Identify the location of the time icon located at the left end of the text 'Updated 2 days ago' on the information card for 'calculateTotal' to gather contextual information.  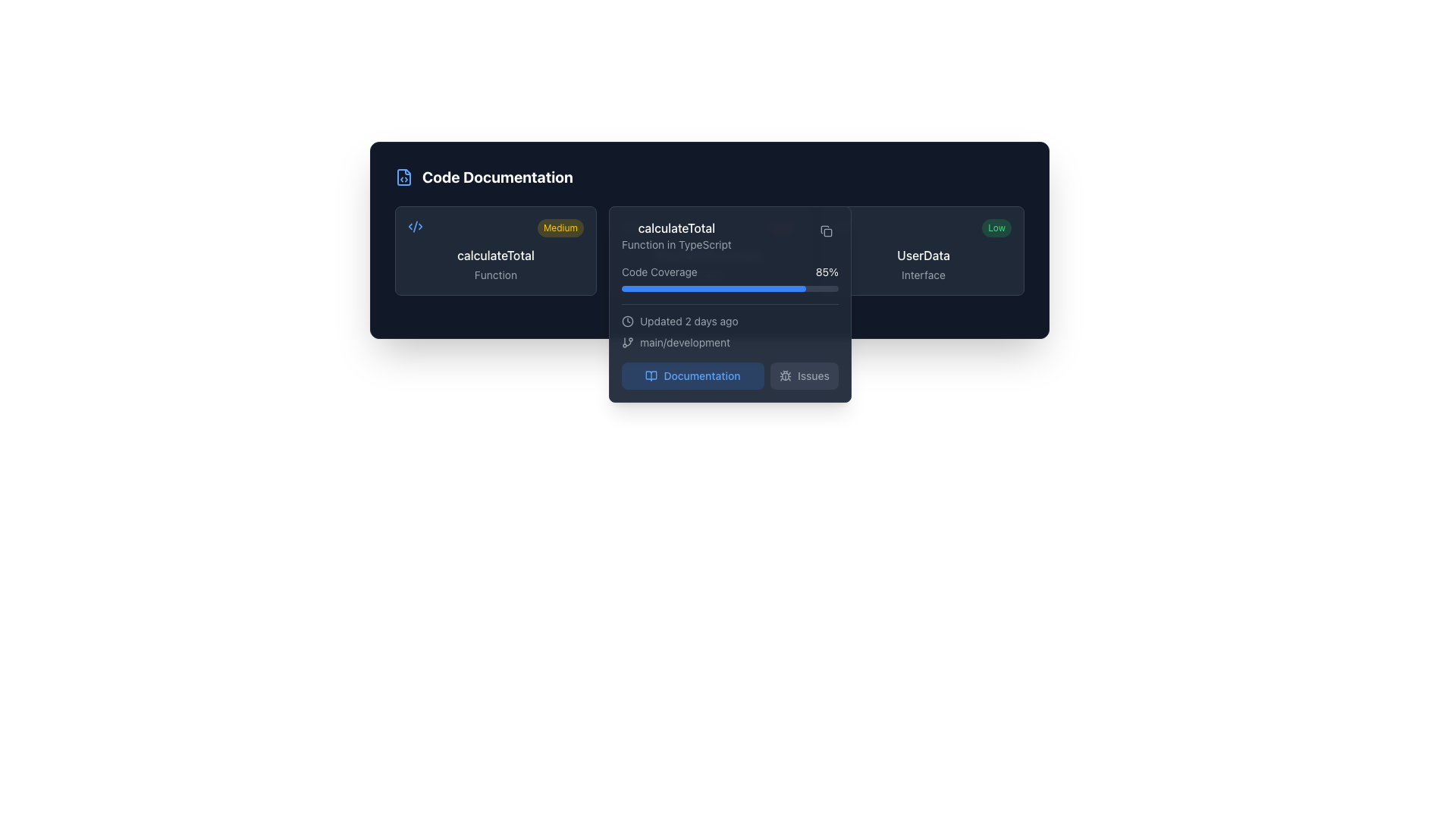
(628, 321).